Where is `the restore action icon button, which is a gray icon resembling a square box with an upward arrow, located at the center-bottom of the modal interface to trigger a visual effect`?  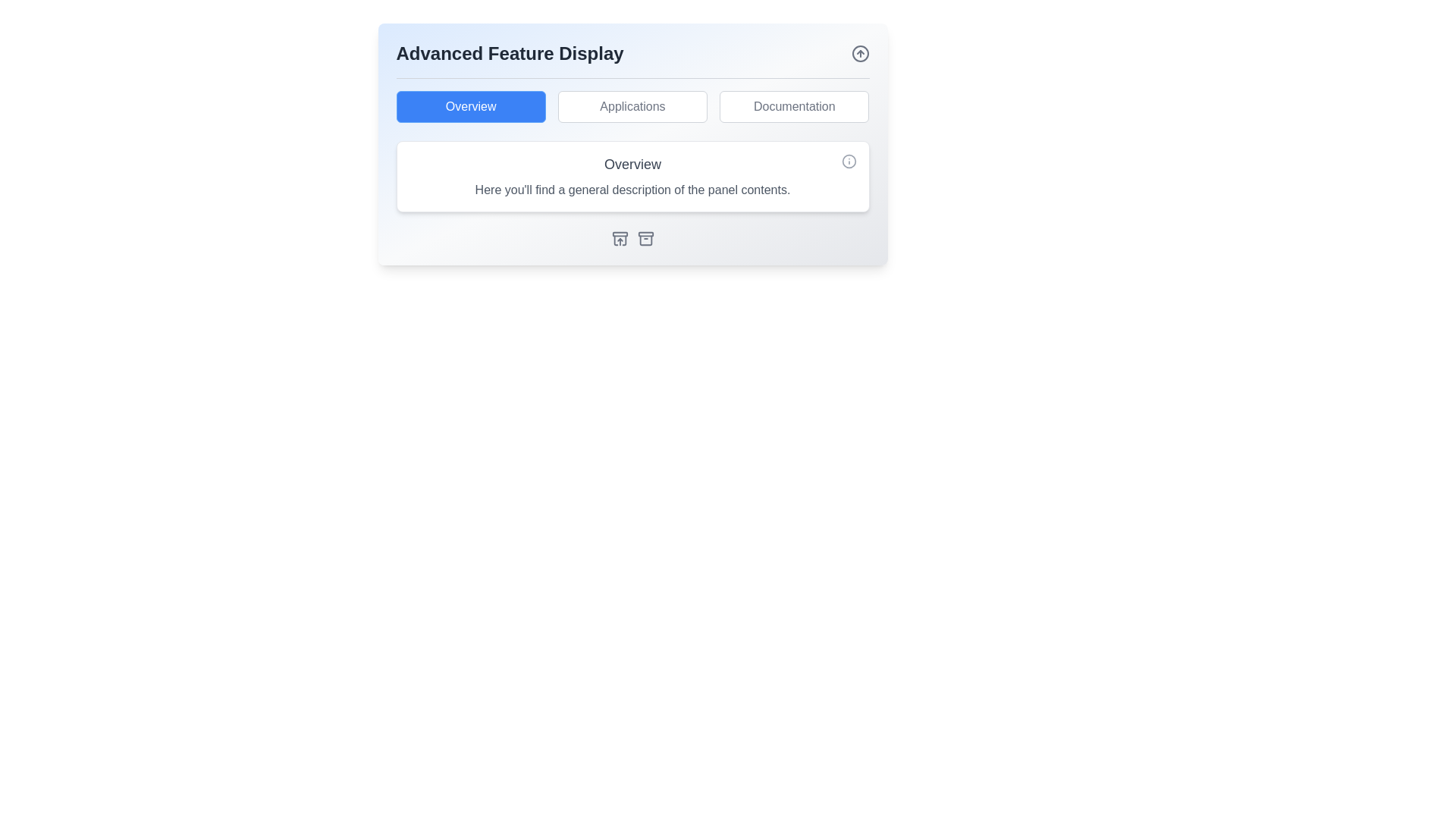 the restore action icon button, which is a gray icon resembling a square box with an upward arrow, located at the center-bottom of the modal interface to trigger a visual effect is located at coordinates (620, 239).